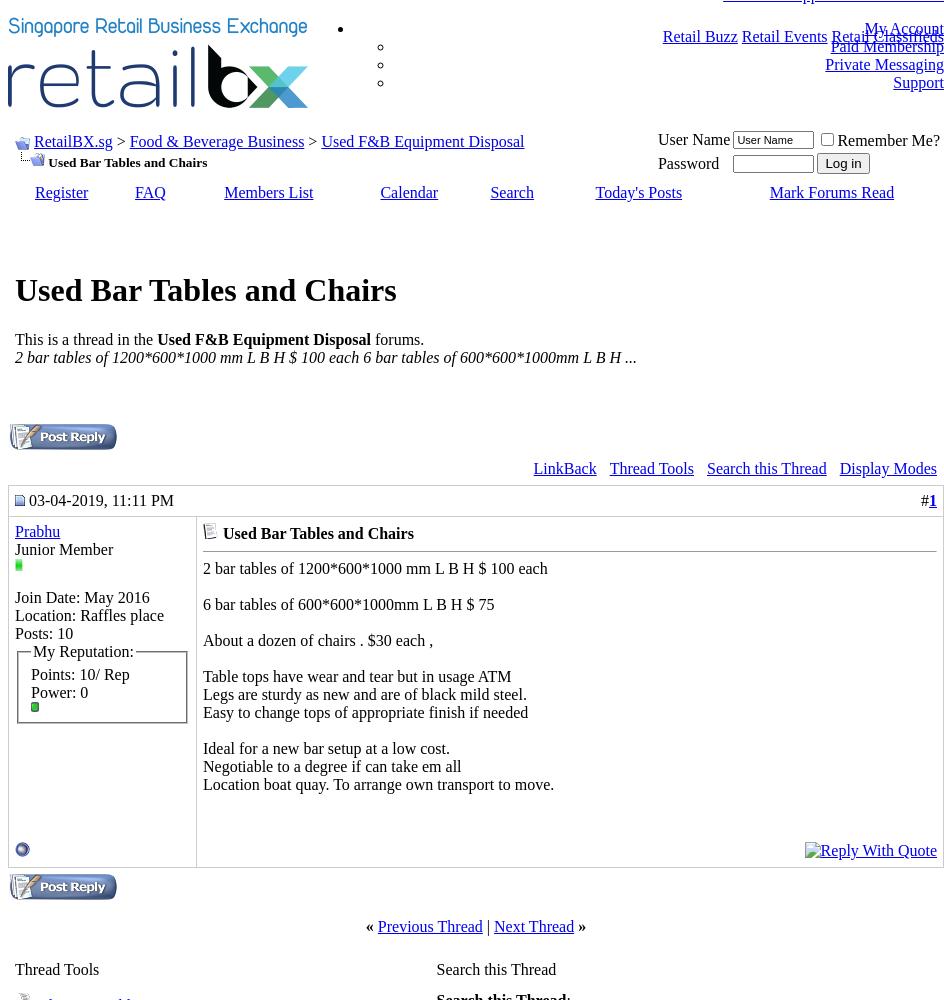  Describe the element at coordinates (98, 498) in the screenshot. I see `'03-04-2019, 11:11 PM'` at that location.